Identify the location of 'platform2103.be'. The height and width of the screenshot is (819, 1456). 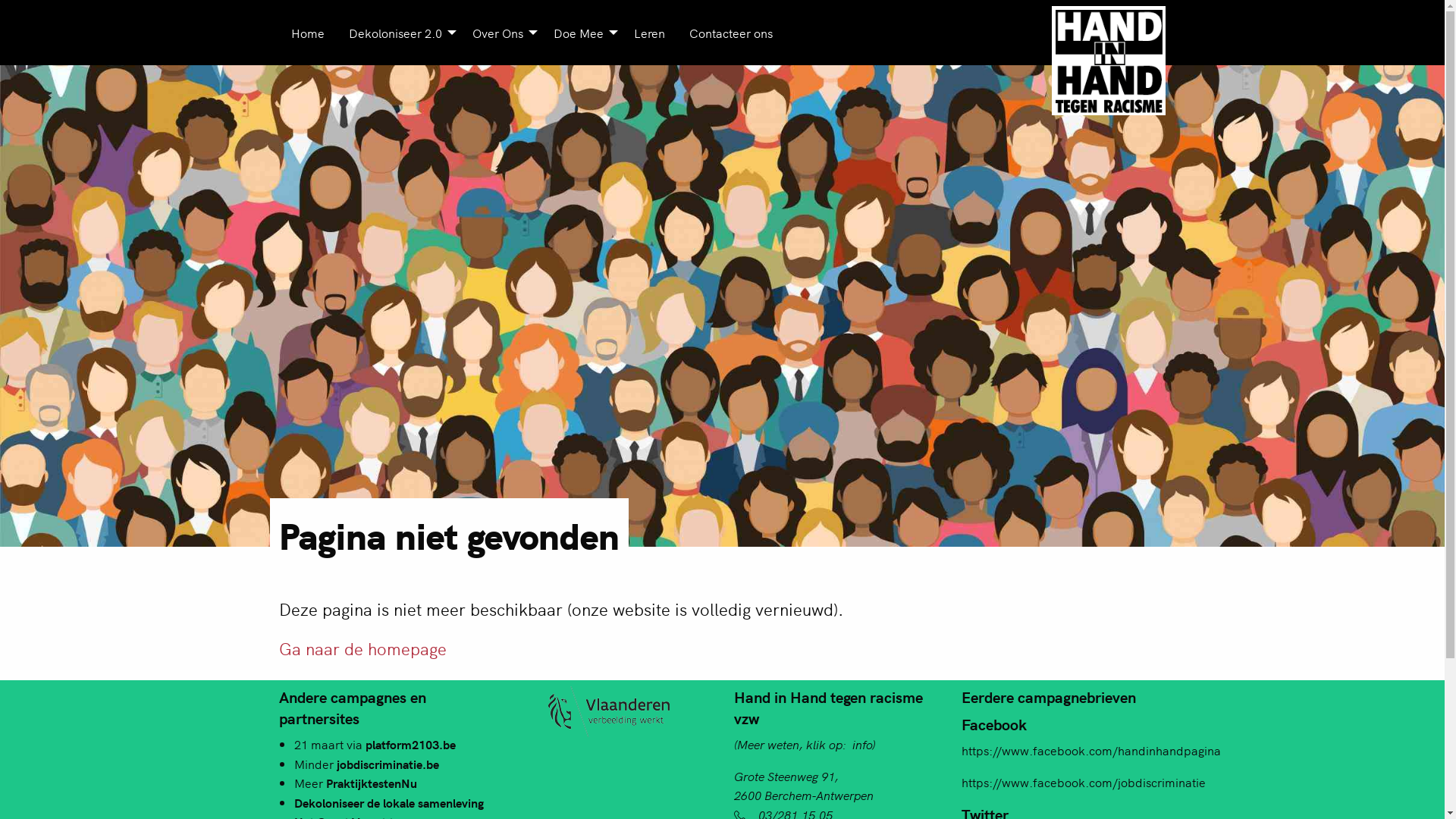
(365, 742).